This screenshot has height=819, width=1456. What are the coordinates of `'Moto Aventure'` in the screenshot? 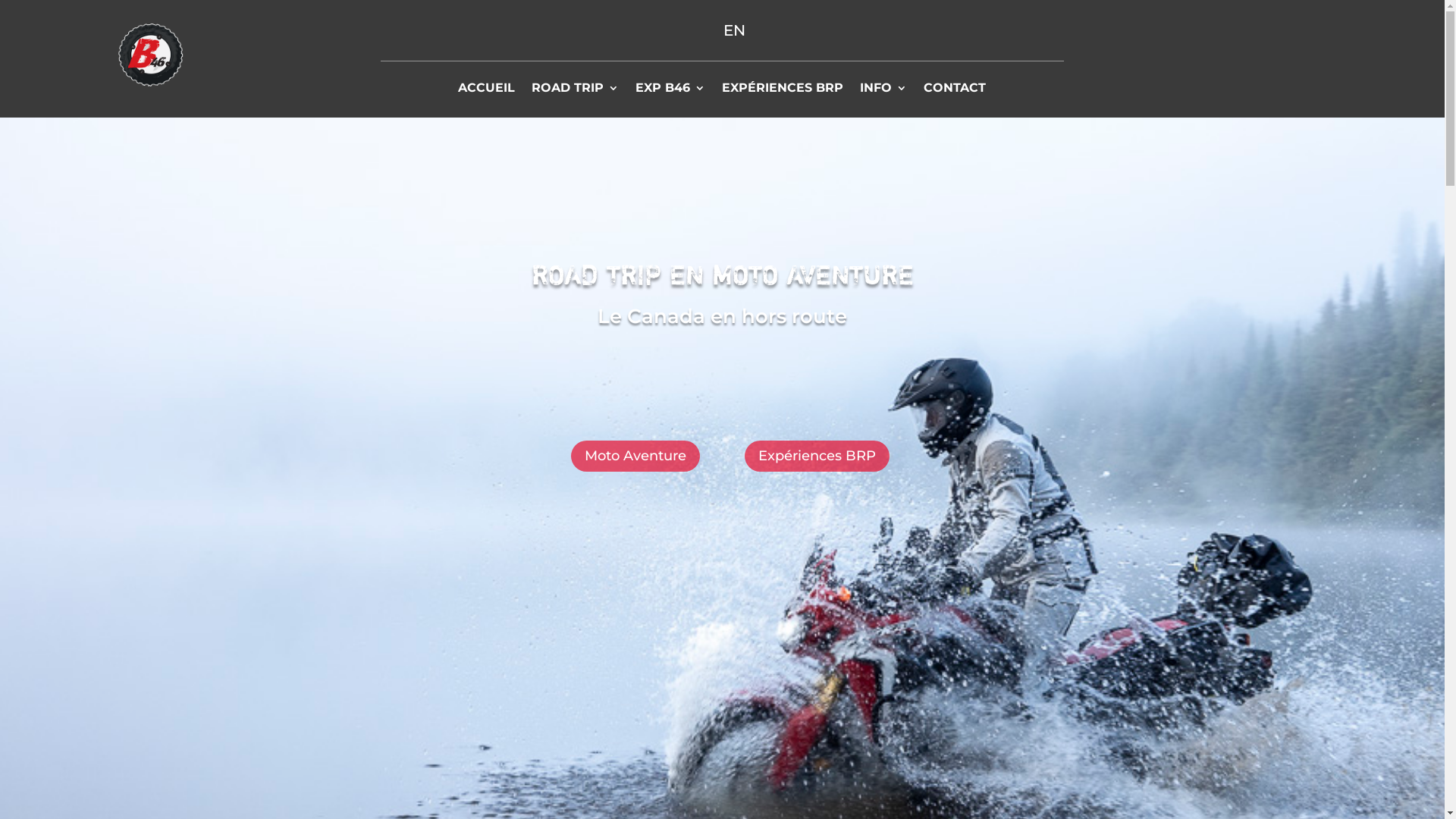 It's located at (635, 455).